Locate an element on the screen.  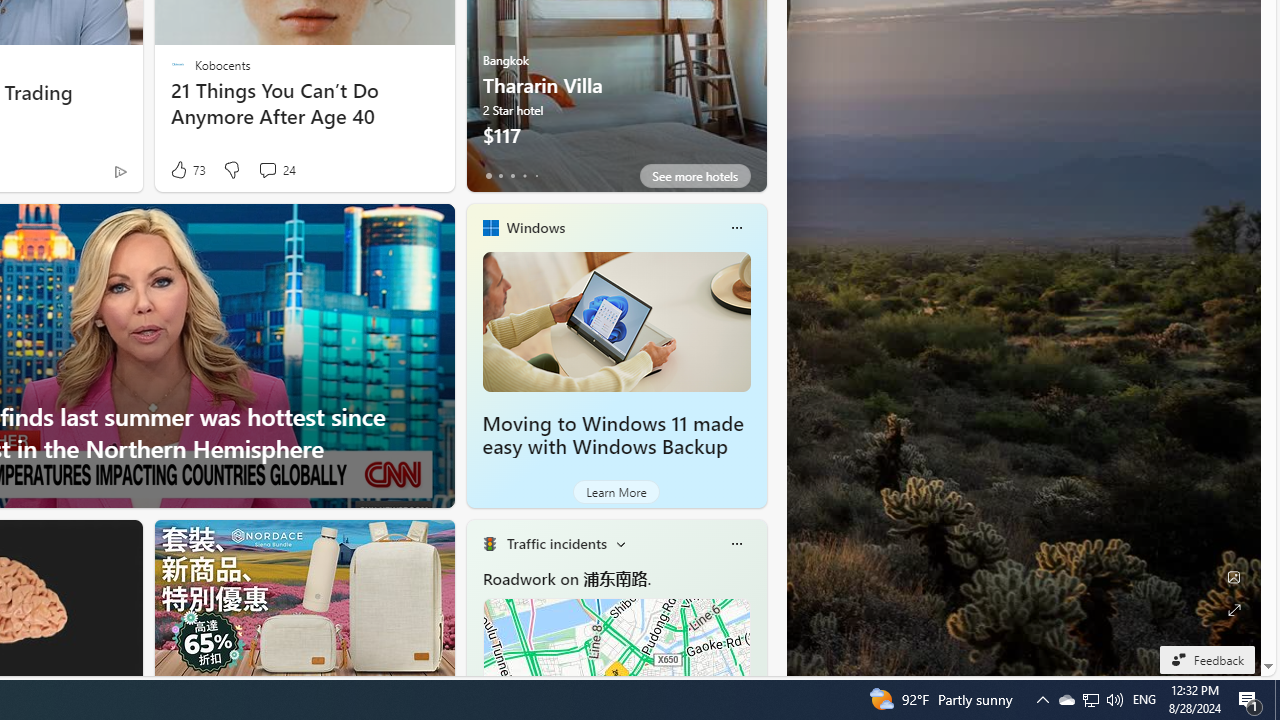
'Class: icon-img' is located at coordinates (735, 543).